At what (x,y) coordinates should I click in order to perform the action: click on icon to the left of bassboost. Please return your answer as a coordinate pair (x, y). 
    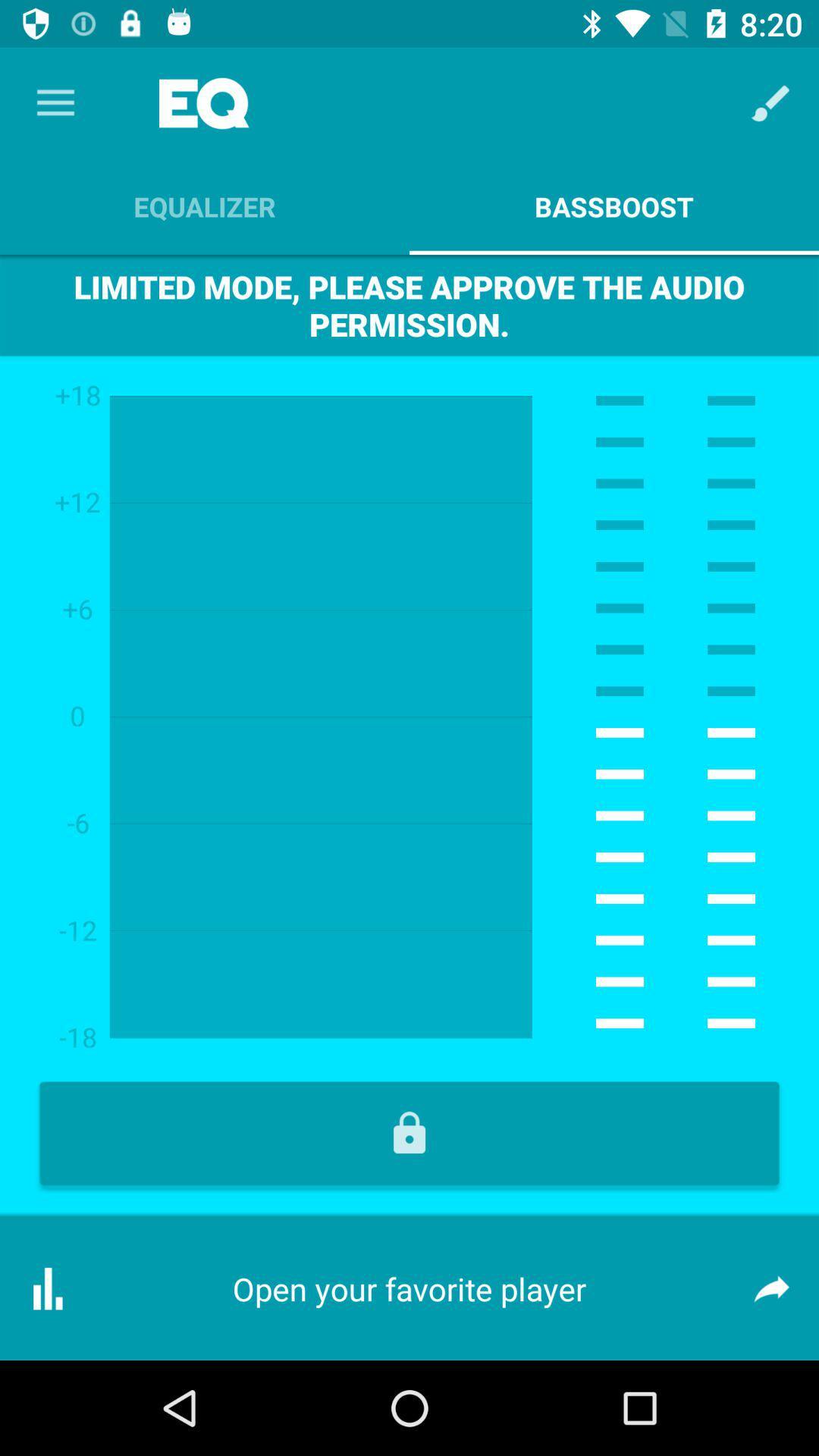
    Looking at the image, I should click on (205, 206).